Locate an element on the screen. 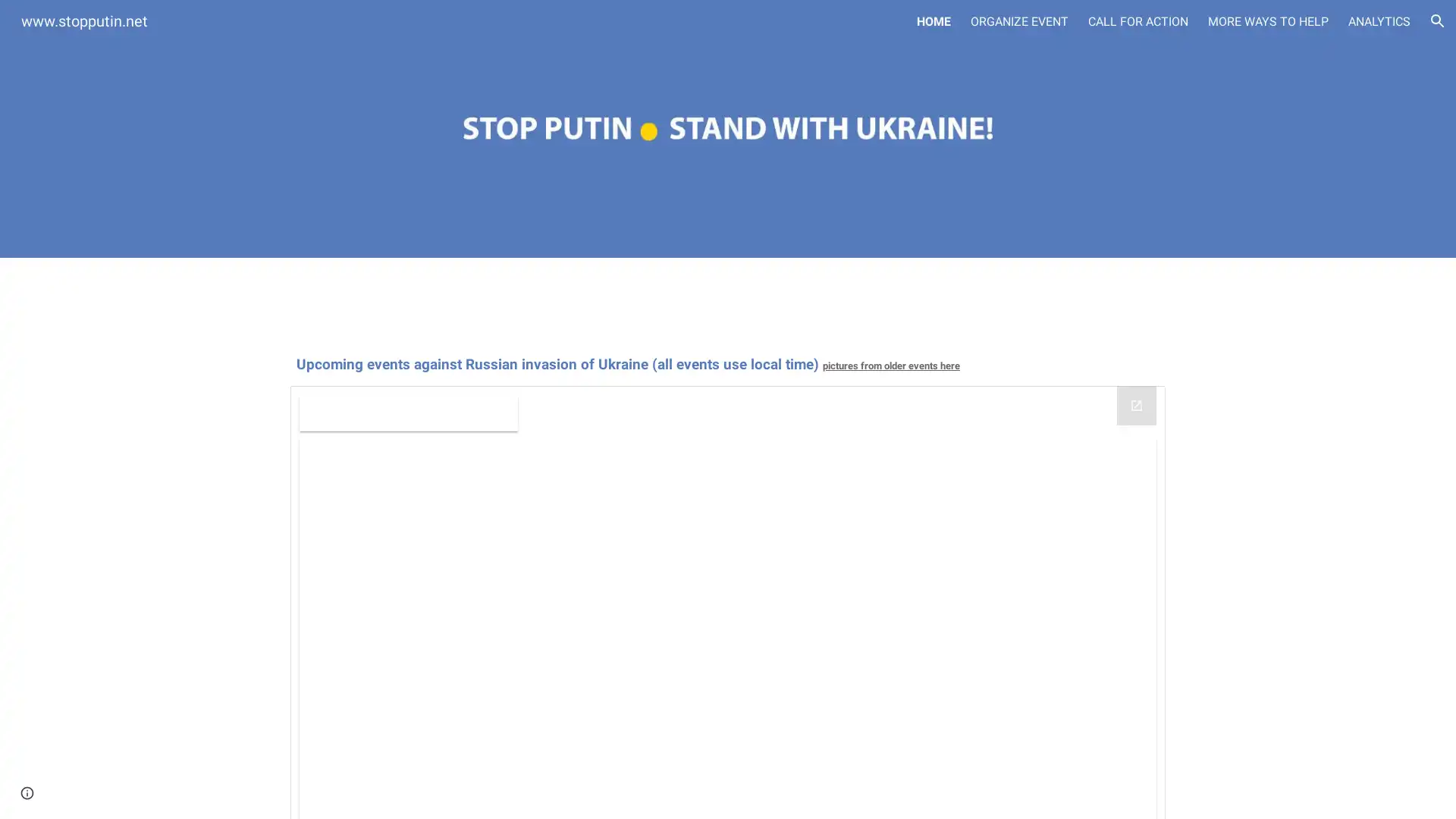 The width and height of the screenshot is (1456, 819). Copy heading link is located at coordinates (976, 363).